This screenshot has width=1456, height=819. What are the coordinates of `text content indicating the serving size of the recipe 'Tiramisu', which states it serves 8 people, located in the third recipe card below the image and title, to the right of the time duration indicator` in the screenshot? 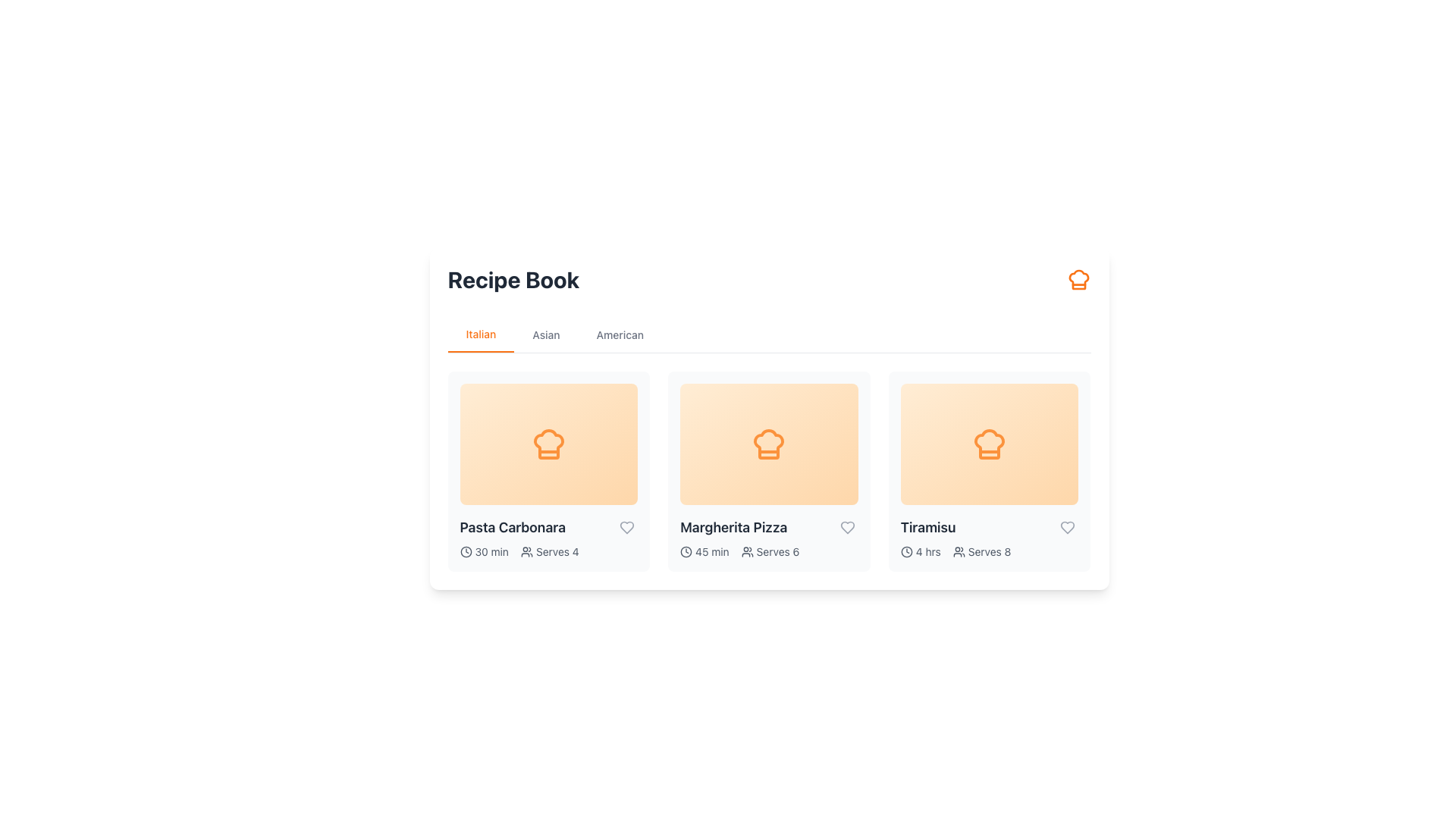 It's located at (982, 552).